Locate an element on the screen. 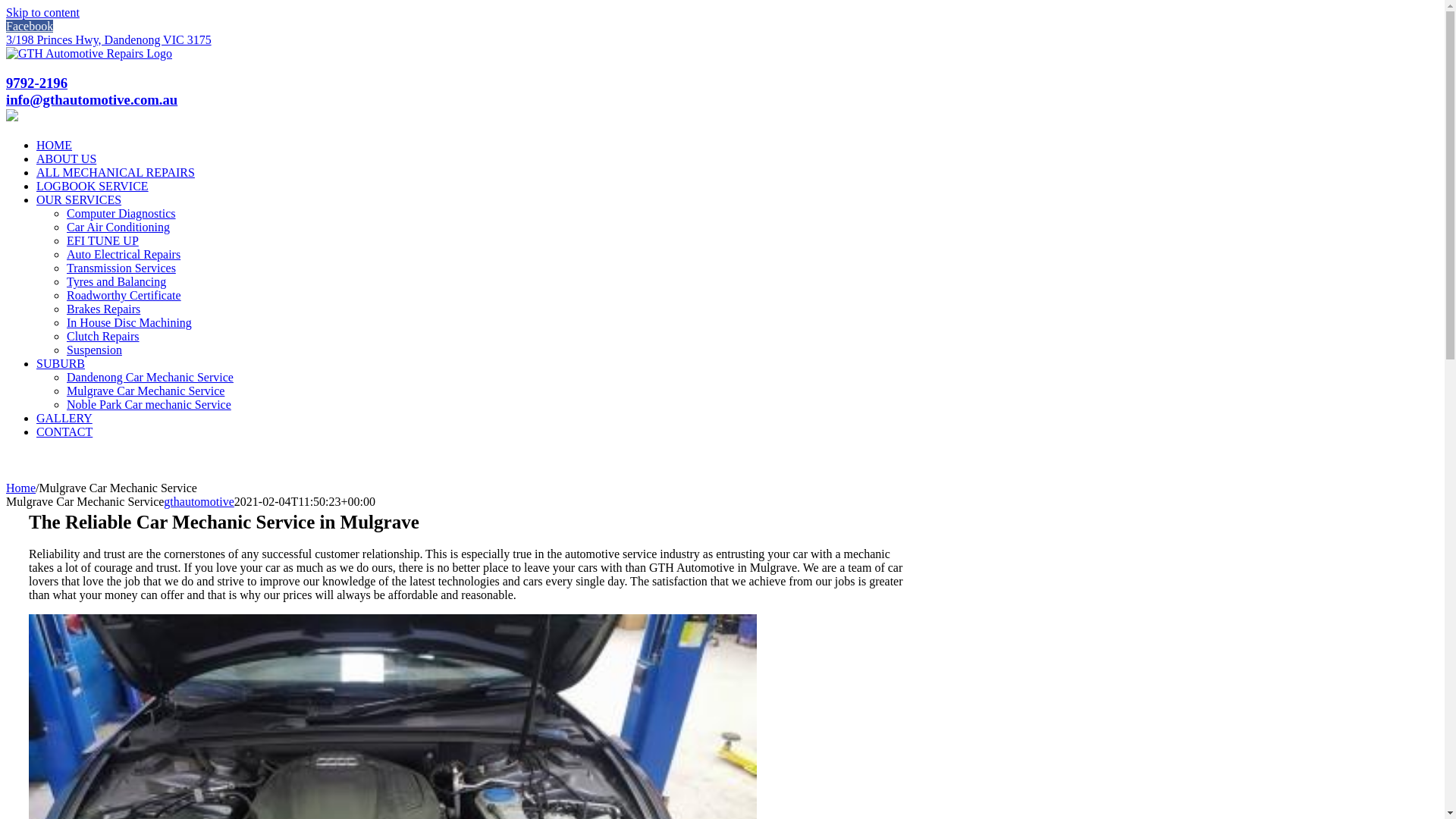 The image size is (1456, 819). 'Car Air Conditioning' is located at coordinates (118, 227).